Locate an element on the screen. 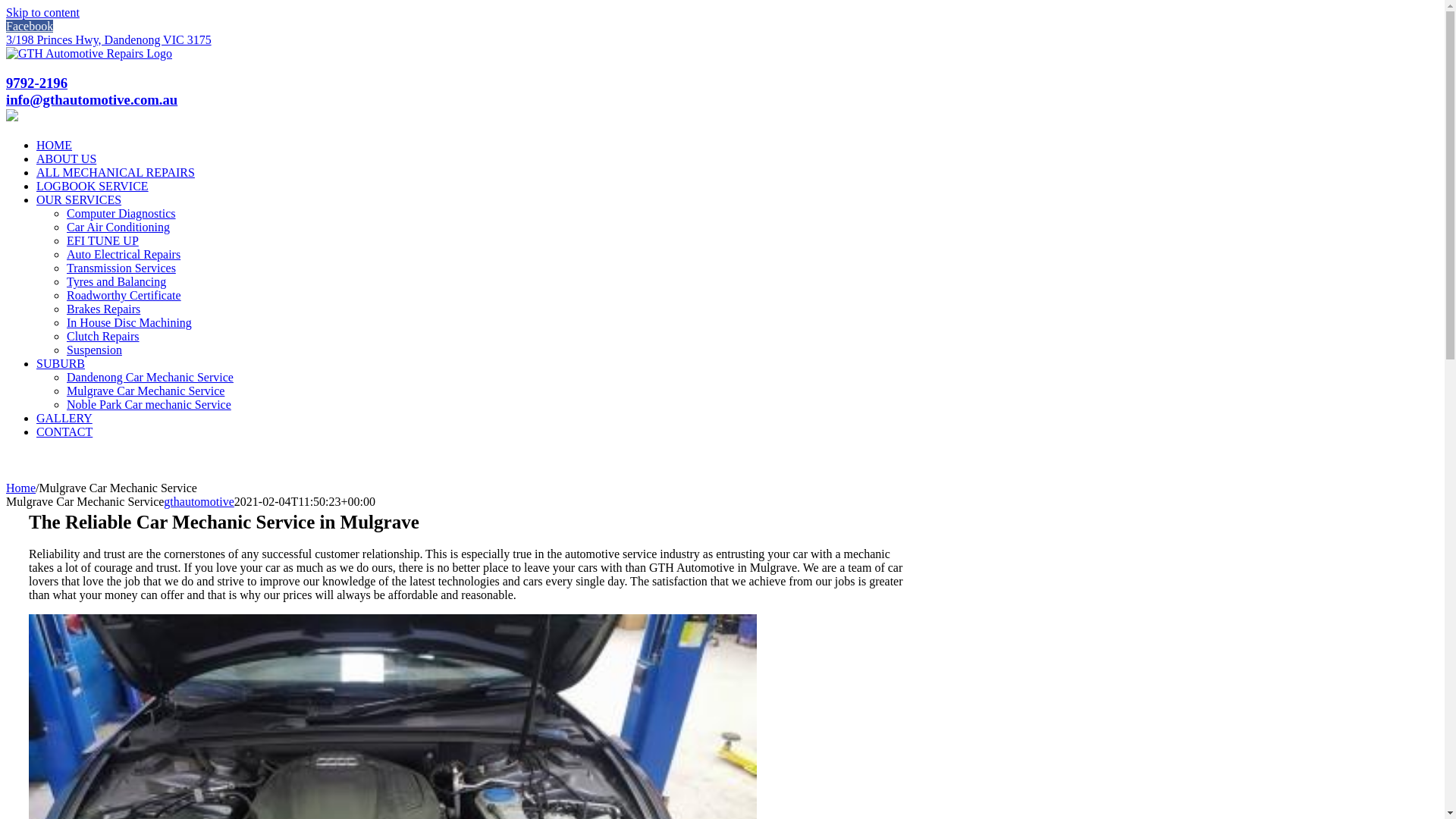 The image size is (1456, 819). 'Car Air Conditioning' is located at coordinates (118, 227).